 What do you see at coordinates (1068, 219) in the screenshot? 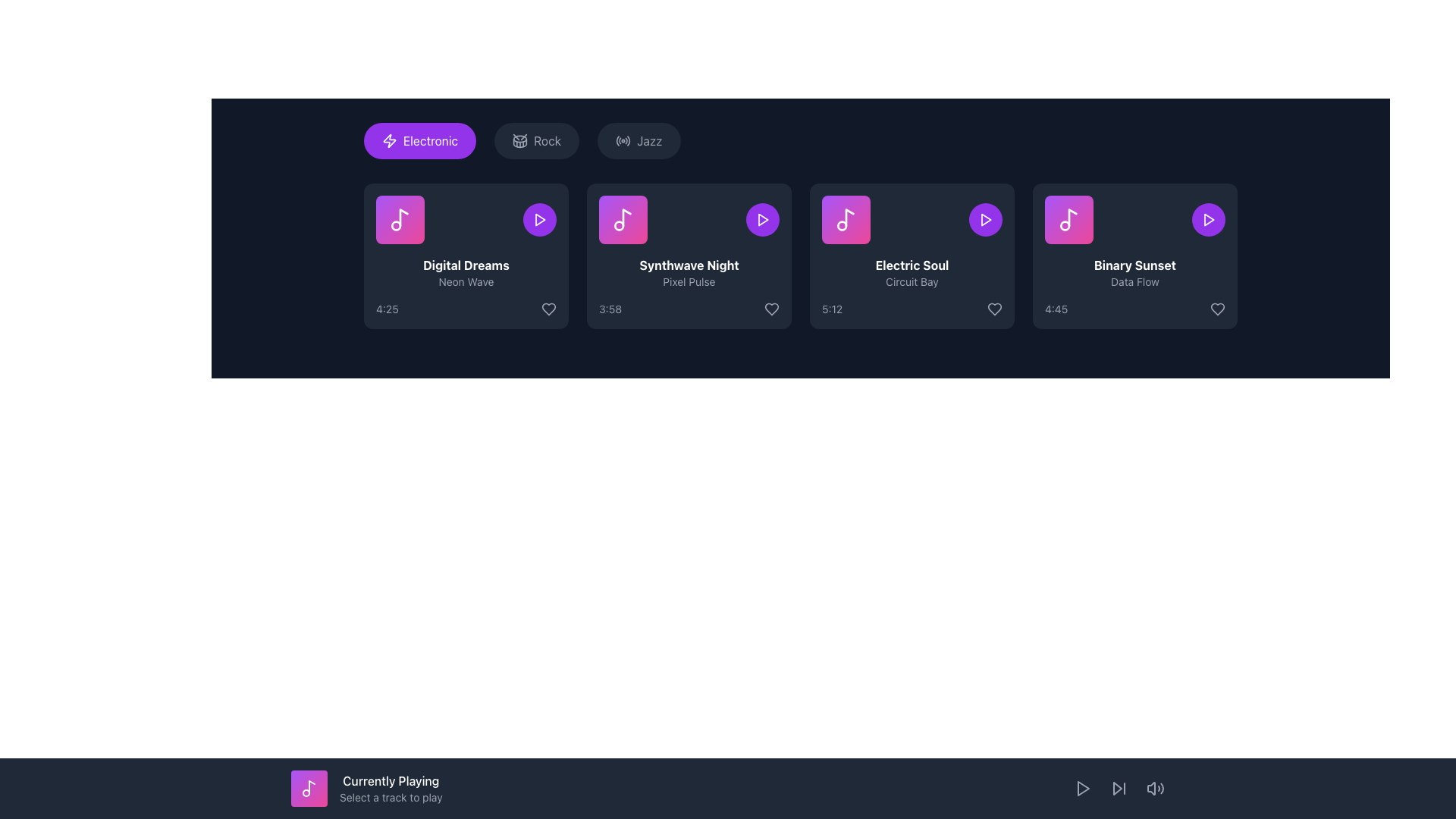
I see `the white musical note icon associated with the 'Binary Sunset' track card, which is the fourth item in the row of track cards` at bounding box center [1068, 219].